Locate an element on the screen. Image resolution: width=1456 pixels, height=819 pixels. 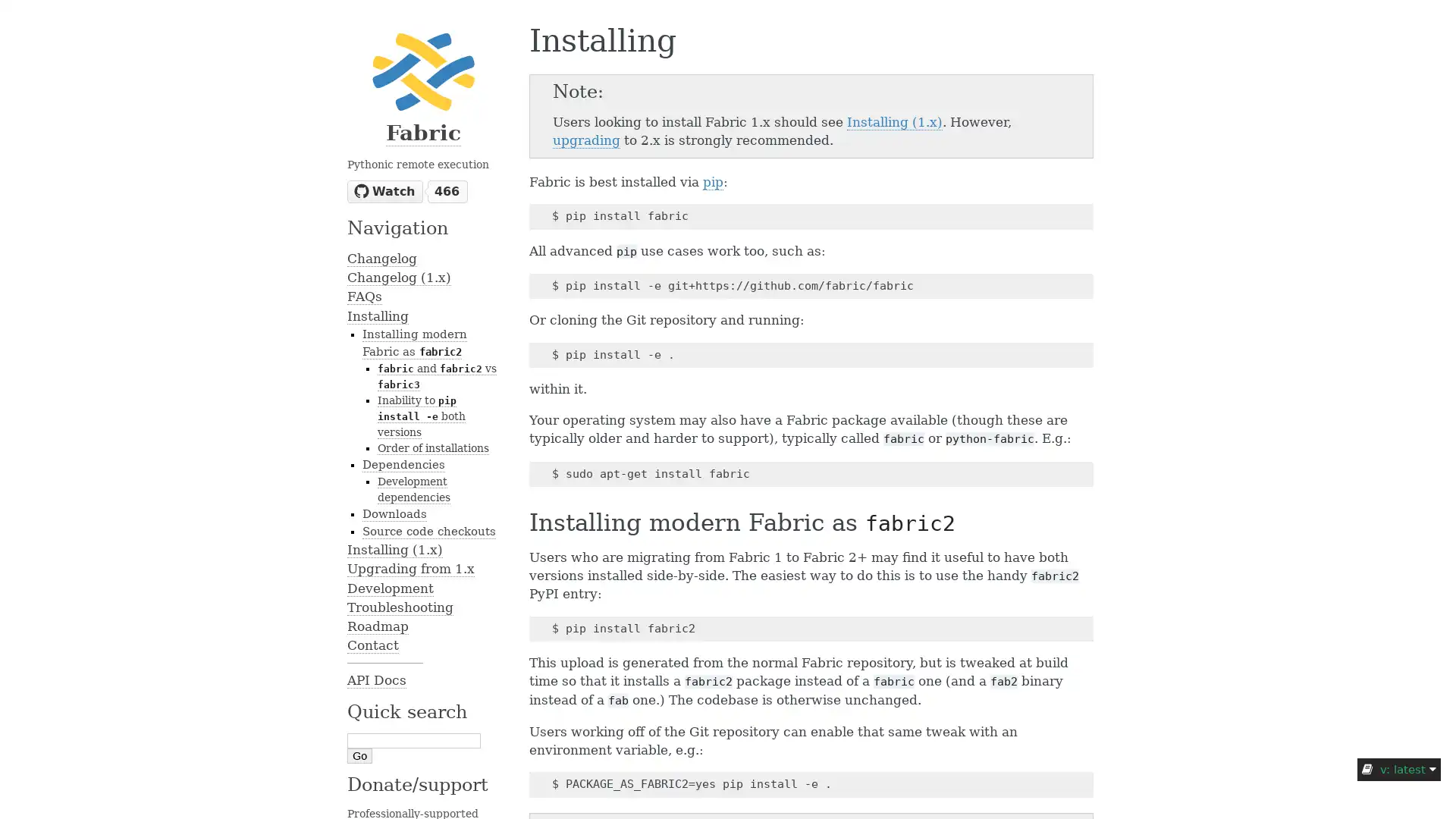
Go is located at coordinates (359, 755).